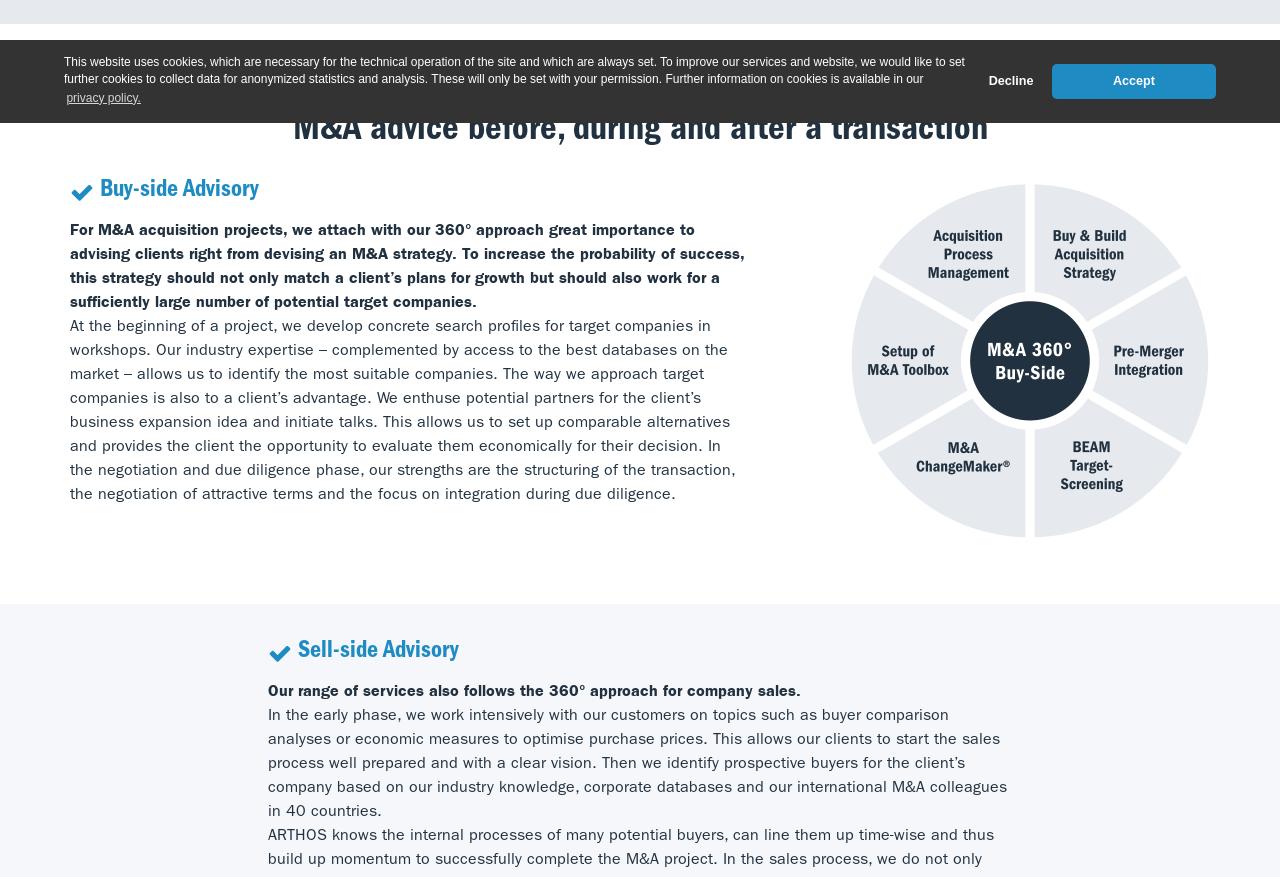 This screenshot has width=1280, height=877. Describe the element at coordinates (1010, 79) in the screenshot. I see `'Decline'` at that location.